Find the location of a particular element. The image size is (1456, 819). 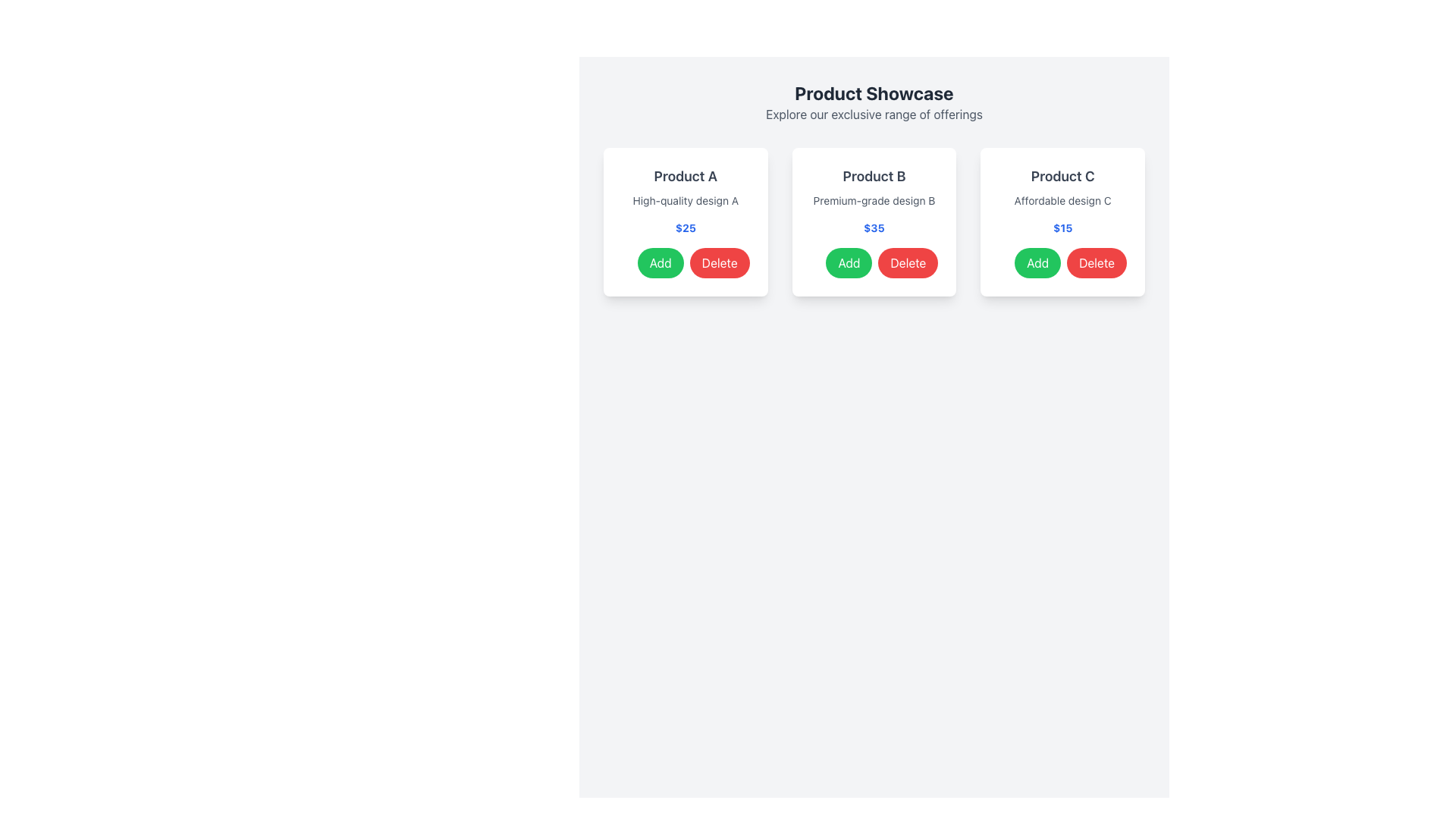

the text label identifying the product as 'Product C' which is located at the top of the product card is located at coordinates (1062, 175).